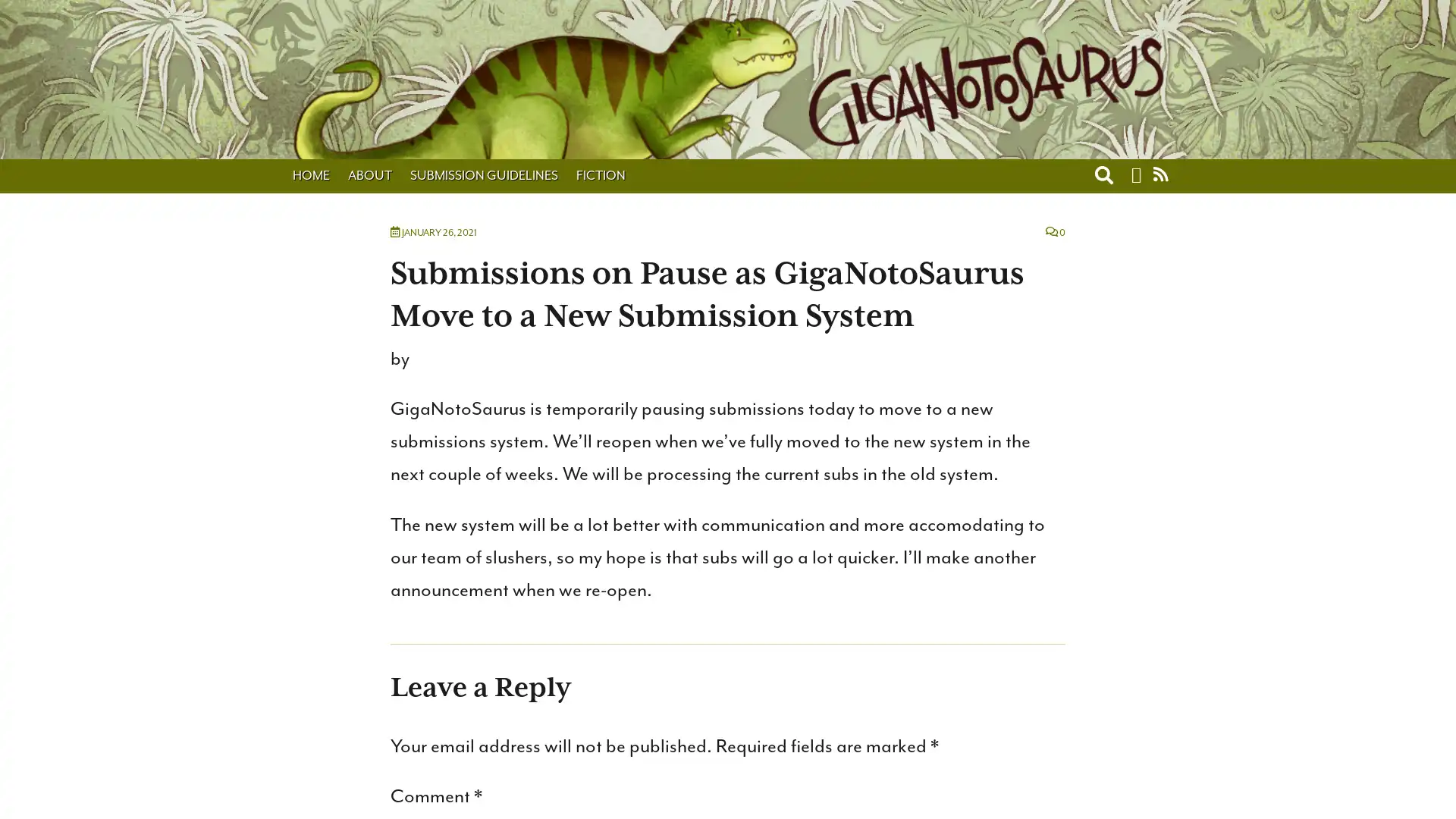 This screenshot has width=1456, height=819. Describe the element at coordinates (1096, 174) in the screenshot. I see `Toggle search` at that location.